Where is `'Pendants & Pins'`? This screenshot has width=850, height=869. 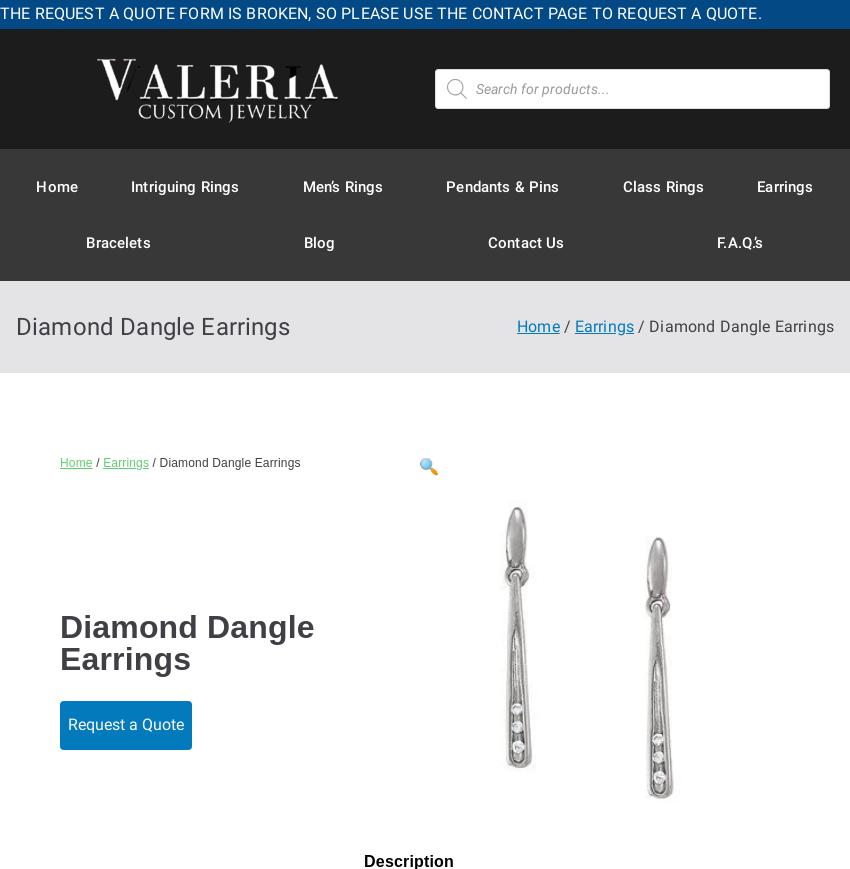 'Pendants & Pins' is located at coordinates (502, 184).